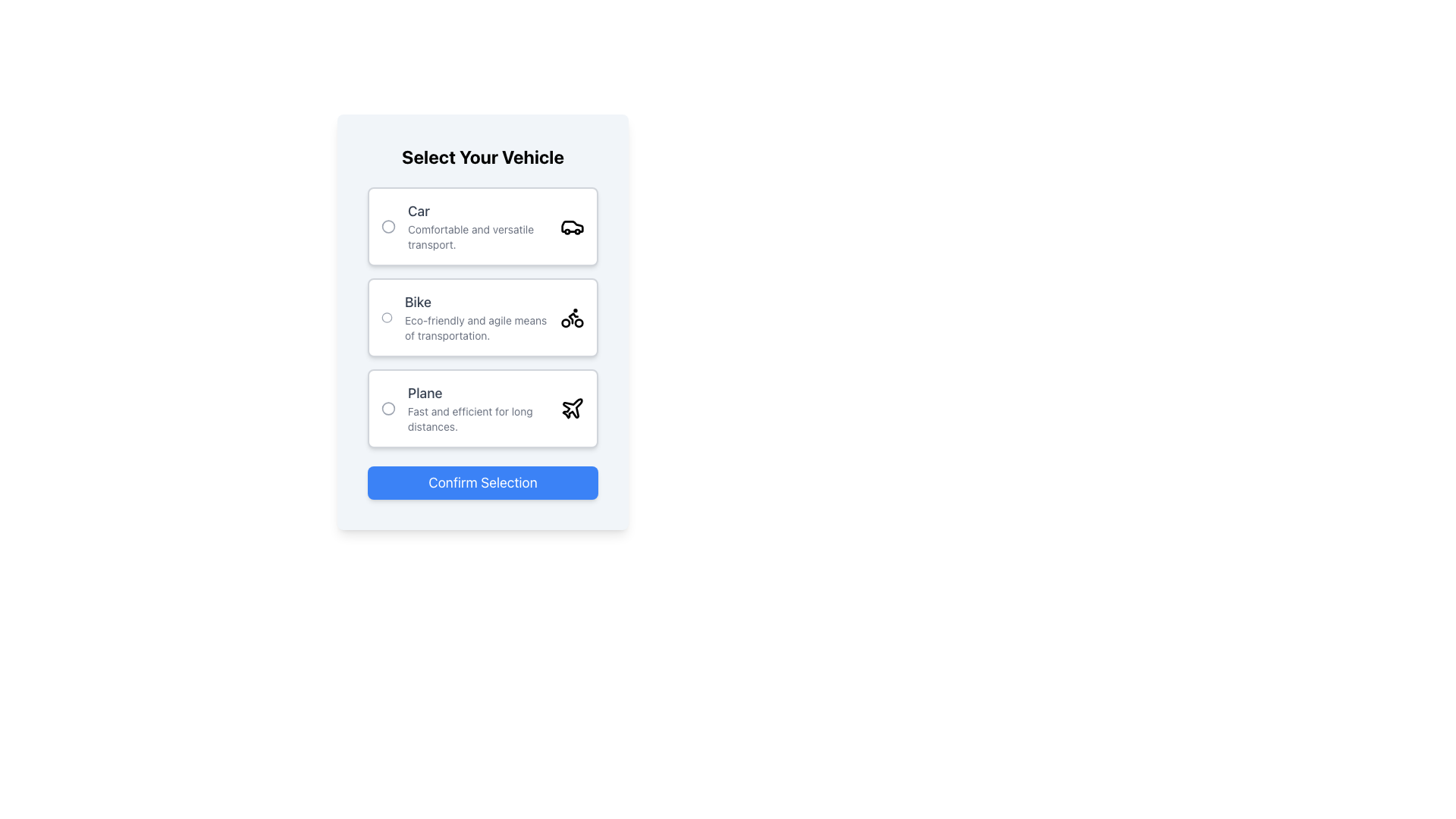 The width and height of the screenshot is (1456, 819). What do you see at coordinates (571, 408) in the screenshot?
I see `the 'Plane' vehicle type icon located inside the third card, which is positioned below the 'Car' and 'Bike' cards in a vertically stacked list` at bounding box center [571, 408].